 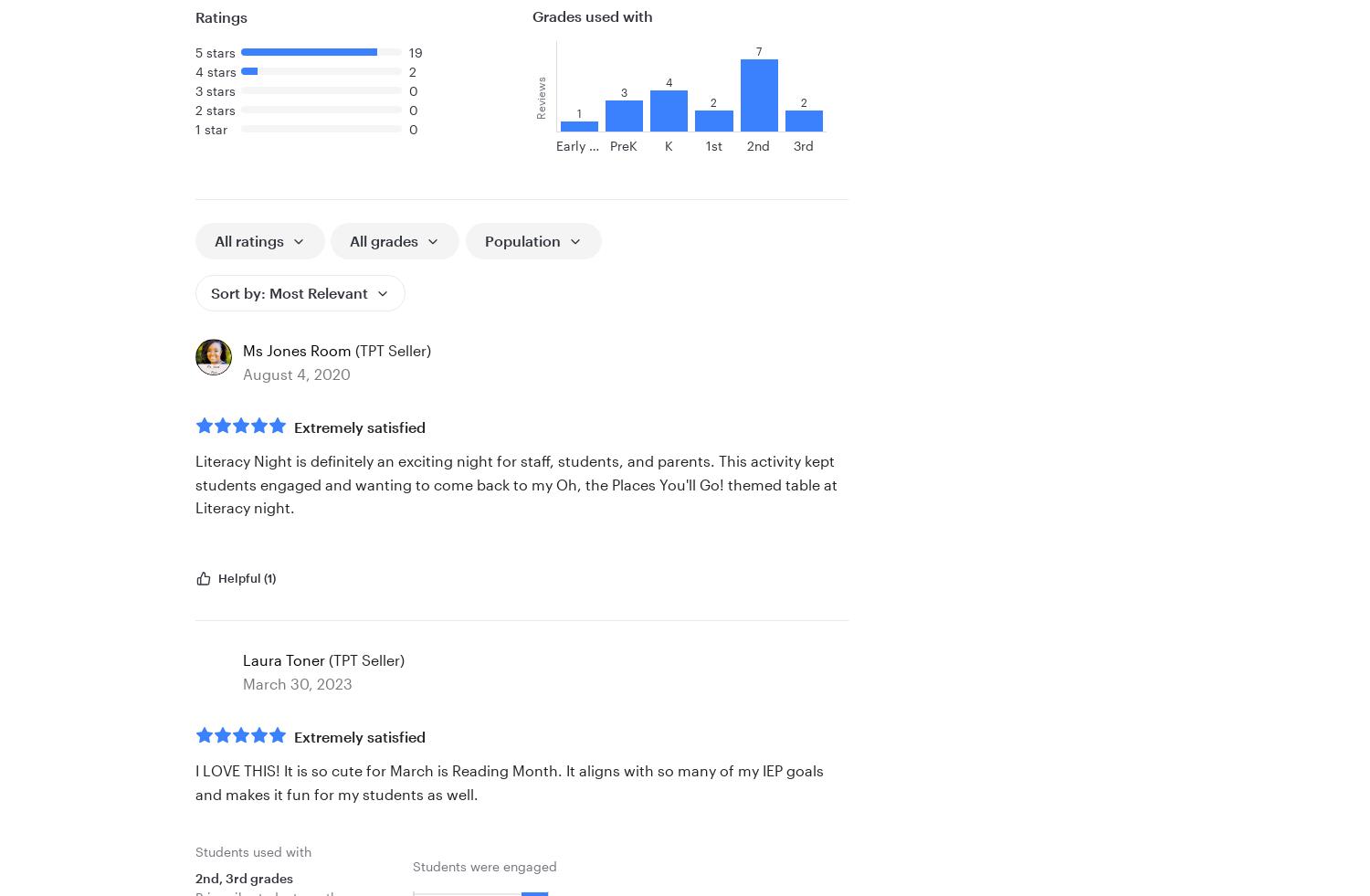 I want to click on 'Reviews', so click(x=540, y=97).